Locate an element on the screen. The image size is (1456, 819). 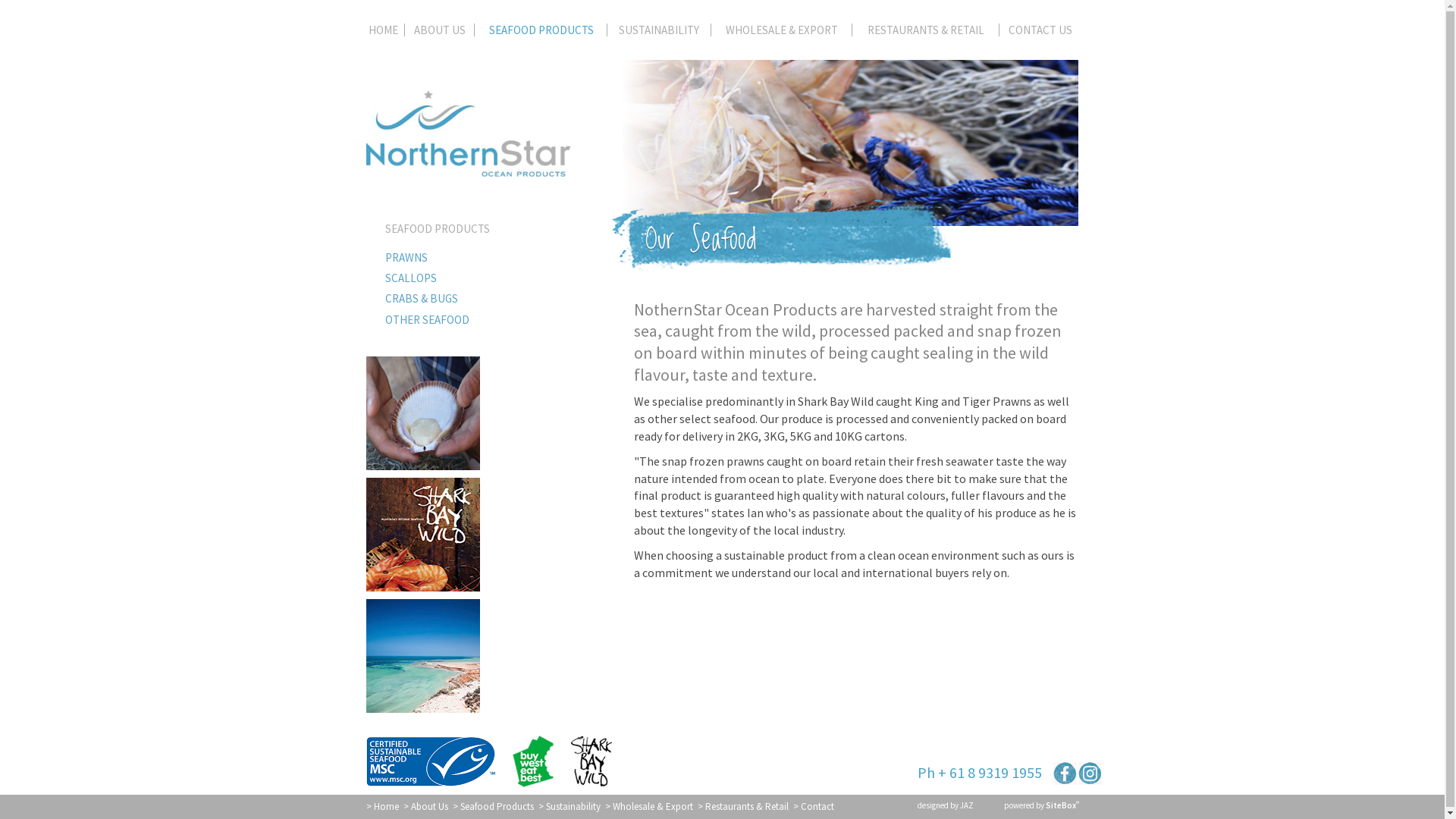
'> About Us' is located at coordinates (403, 805).